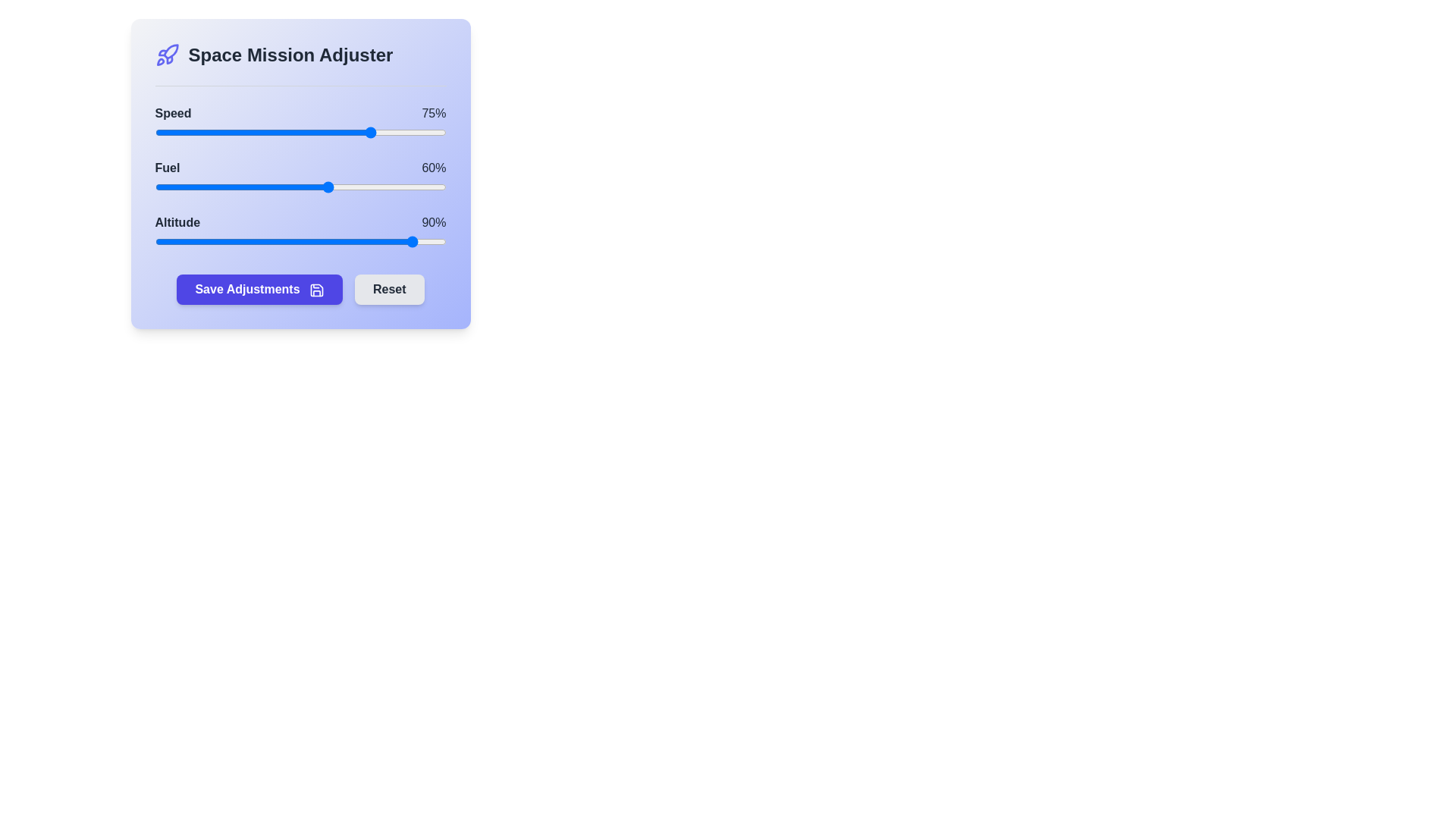  I want to click on the 0 slider to 66%, so click(346, 131).